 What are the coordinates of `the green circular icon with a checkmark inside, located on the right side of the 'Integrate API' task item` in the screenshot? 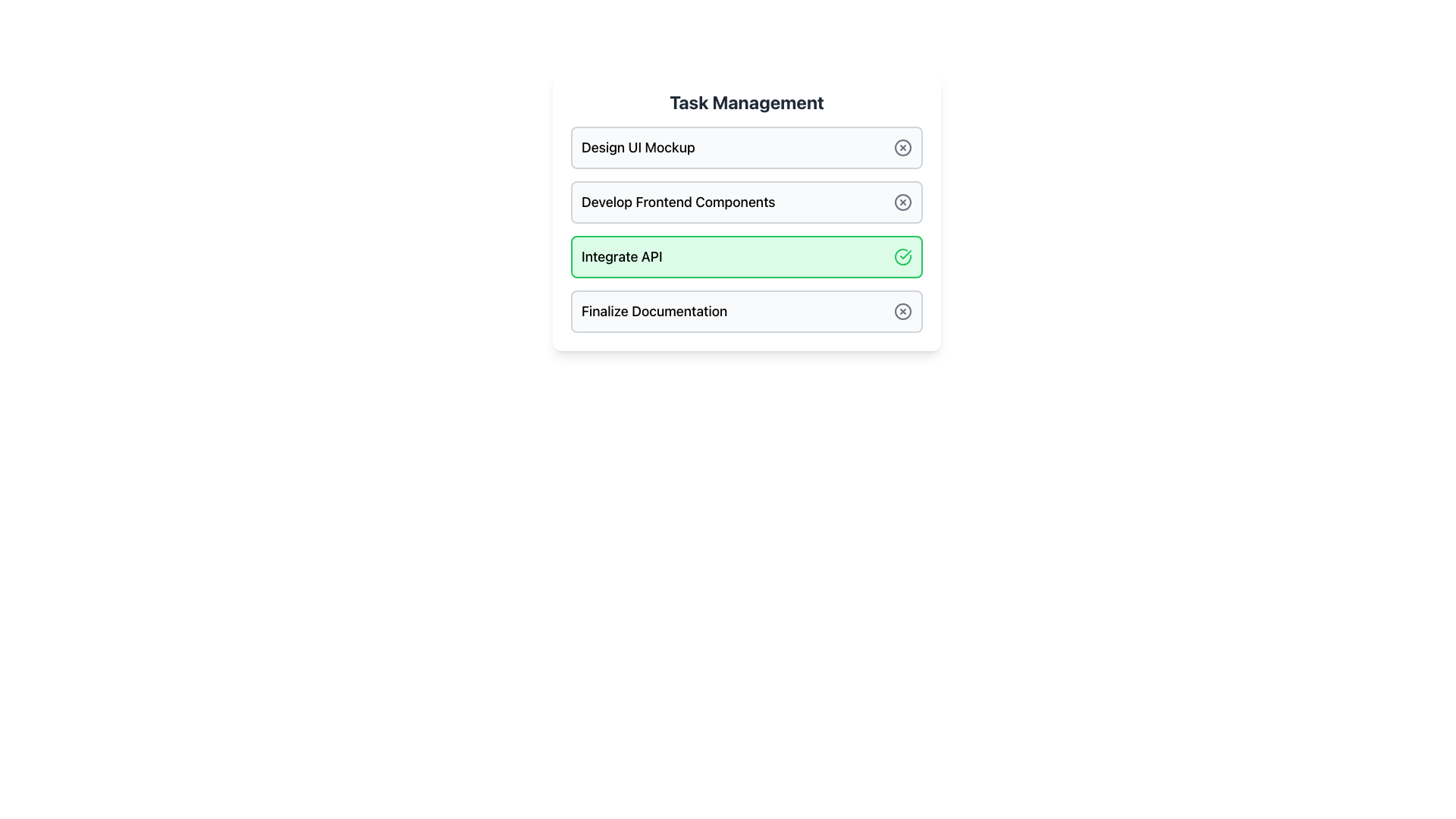 It's located at (902, 256).